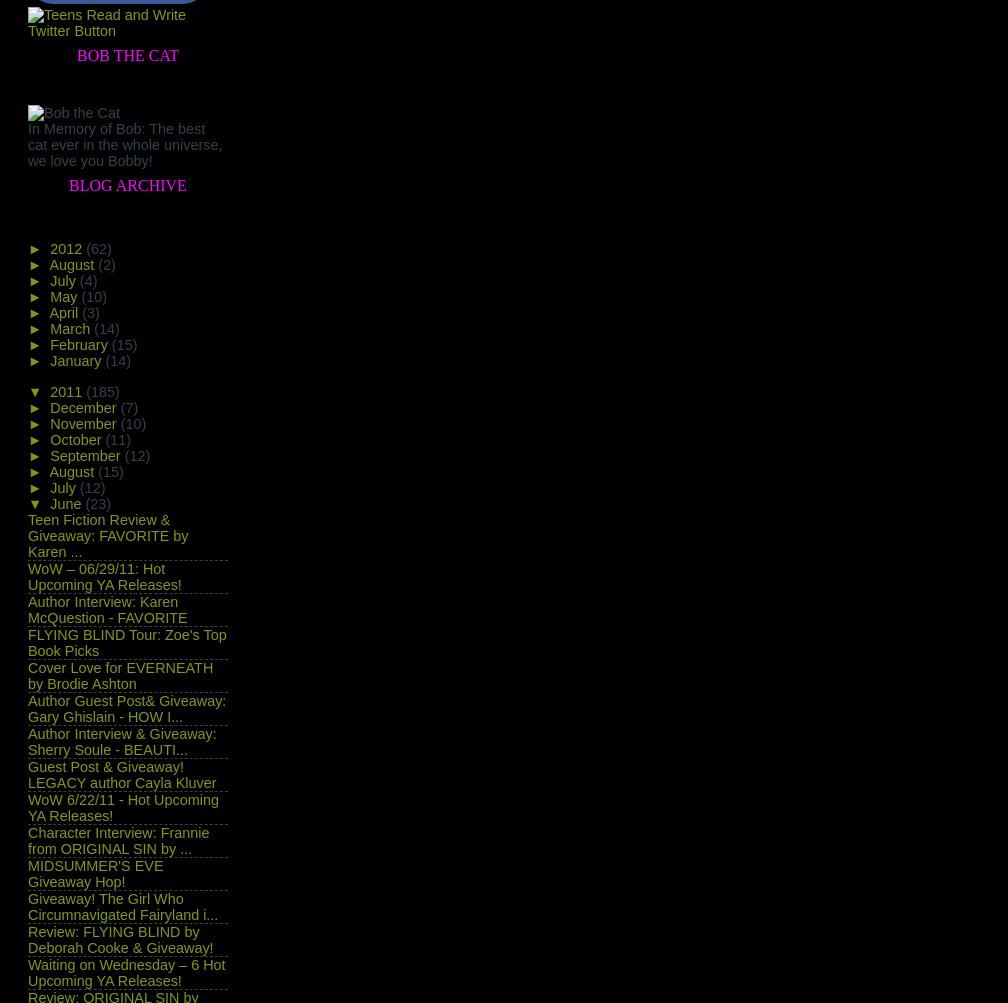 Image resolution: width=1008 pixels, height=1003 pixels. I want to click on '(4)', so click(87, 281).